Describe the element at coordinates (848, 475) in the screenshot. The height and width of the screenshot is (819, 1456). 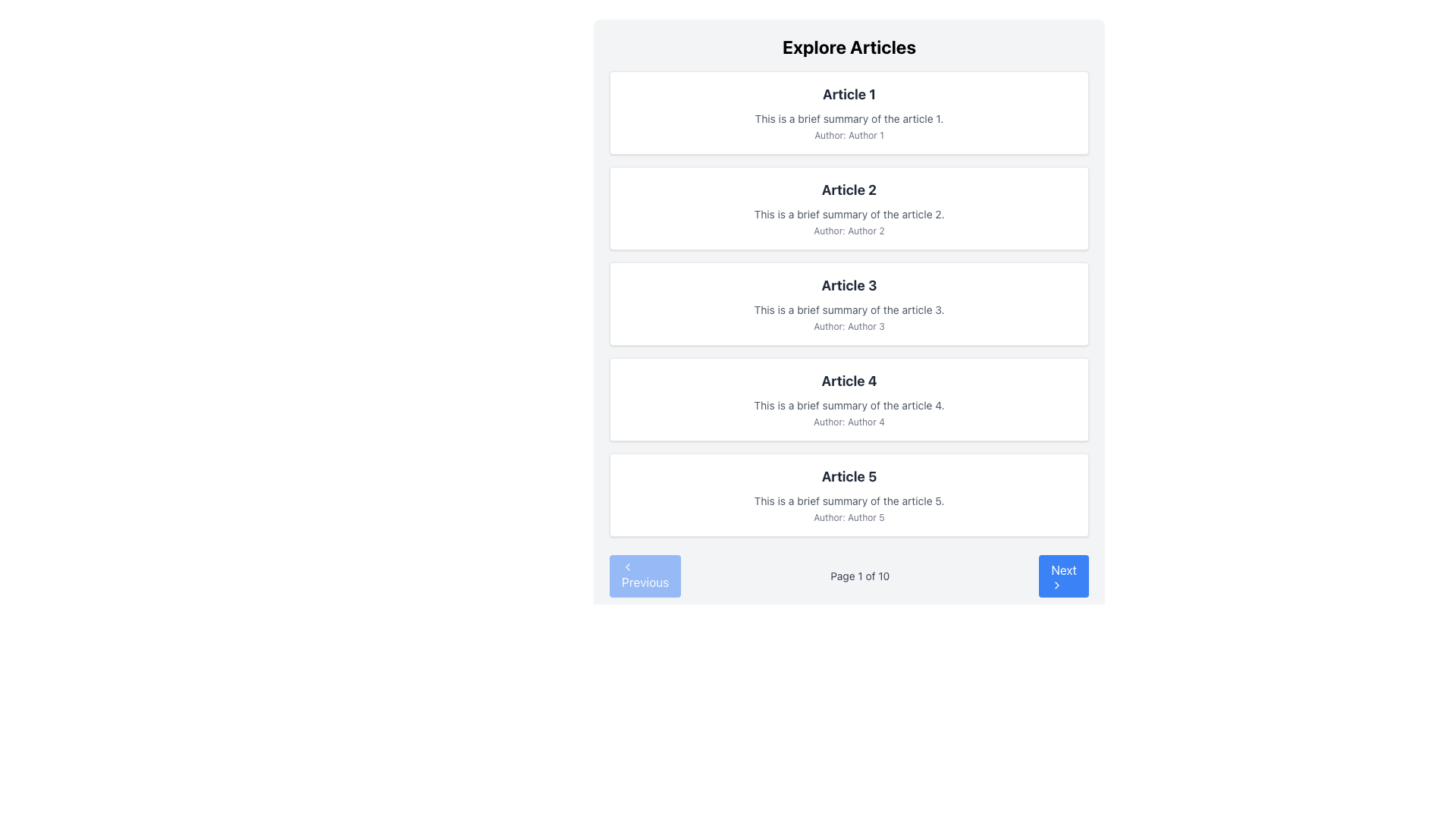
I see `the text label that serves as the title for the article, located at the upper section of the fifth card in a vertical list of similar cards` at that location.